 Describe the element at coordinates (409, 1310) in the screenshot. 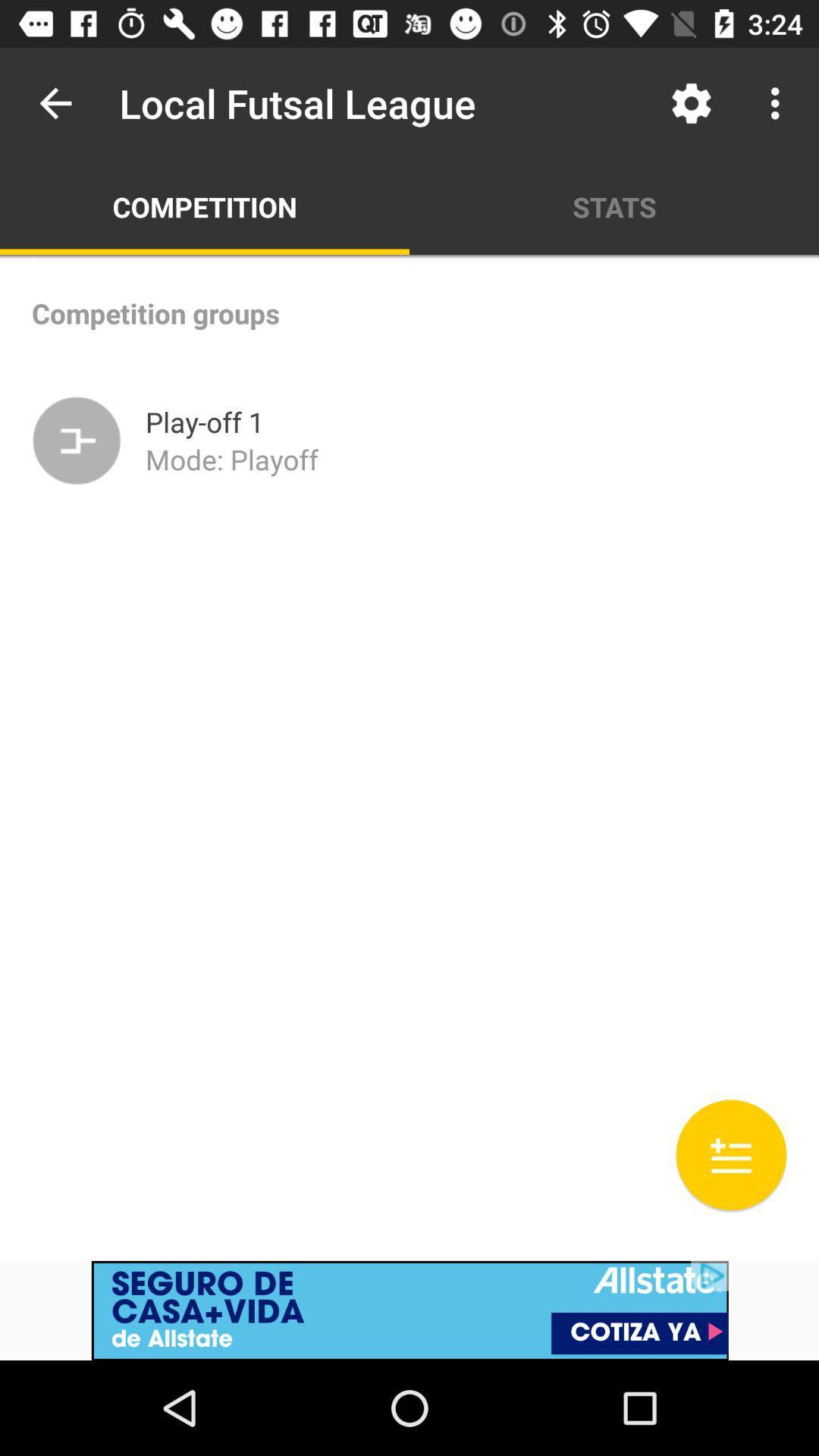

I see `advertisement` at that location.